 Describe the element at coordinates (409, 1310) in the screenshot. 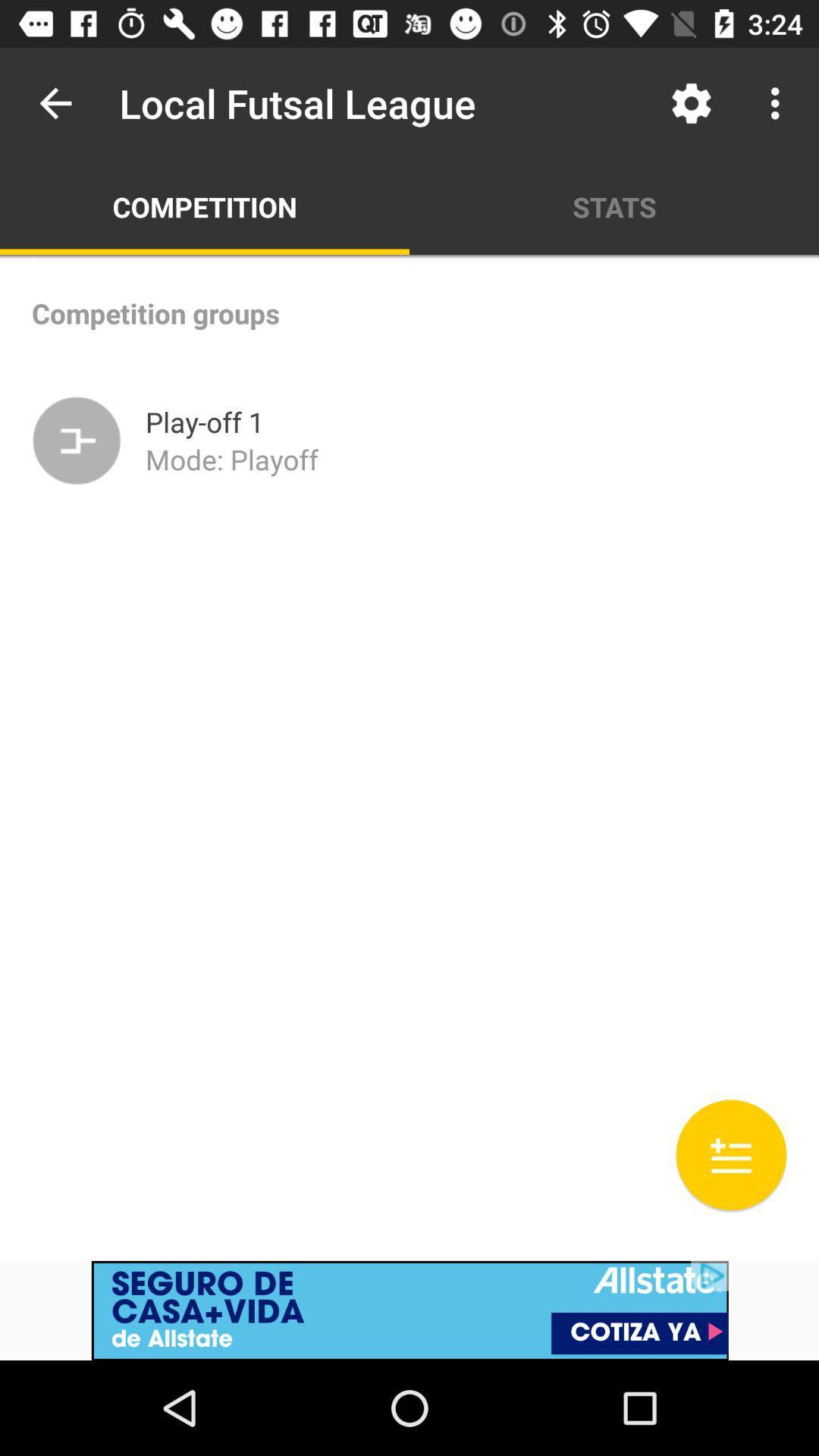

I see `advertisement` at that location.